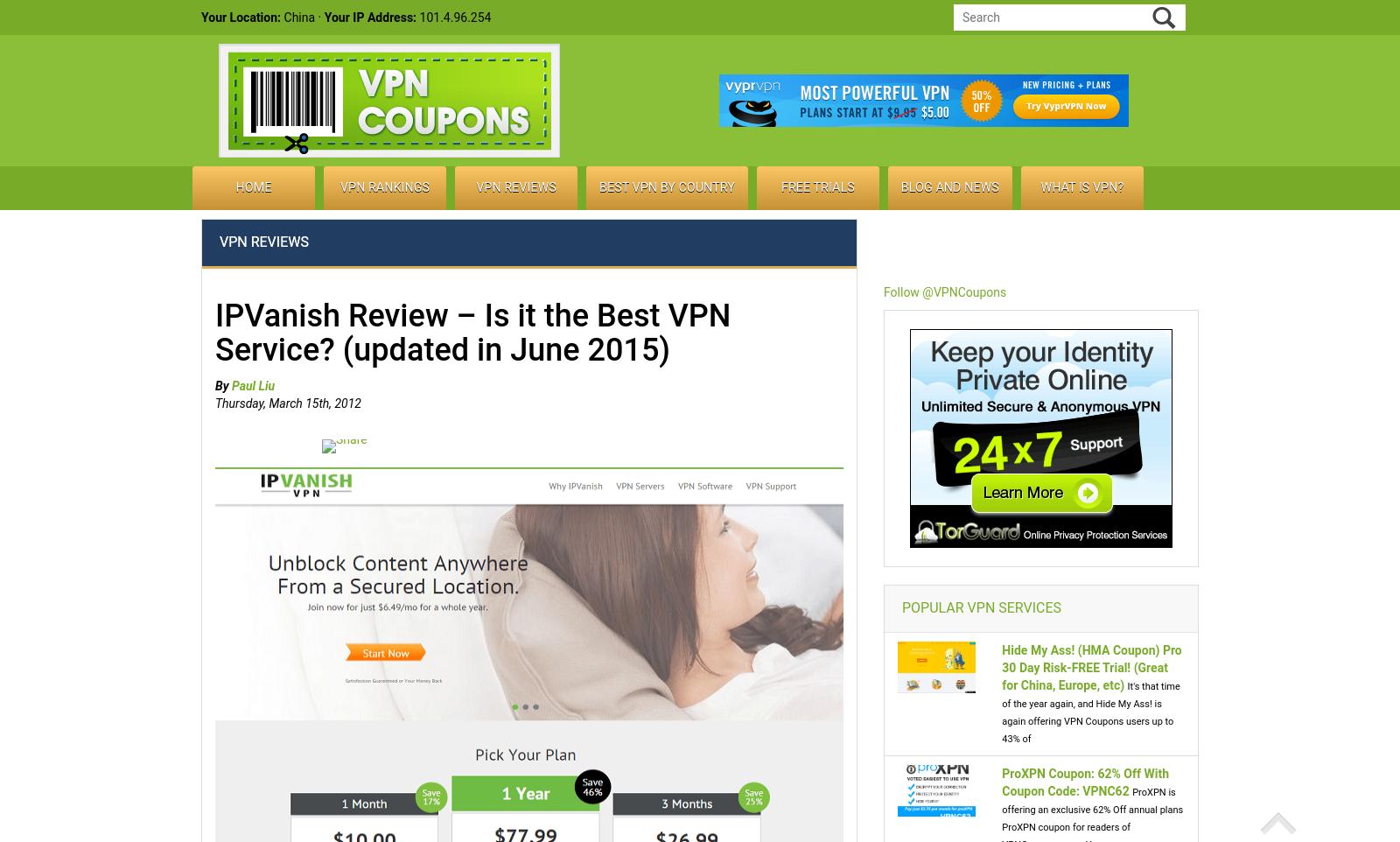 The width and height of the screenshot is (1400, 842). What do you see at coordinates (383, 186) in the screenshot?
I see `'VPN Rankings'` at bounding box center [383, 186].